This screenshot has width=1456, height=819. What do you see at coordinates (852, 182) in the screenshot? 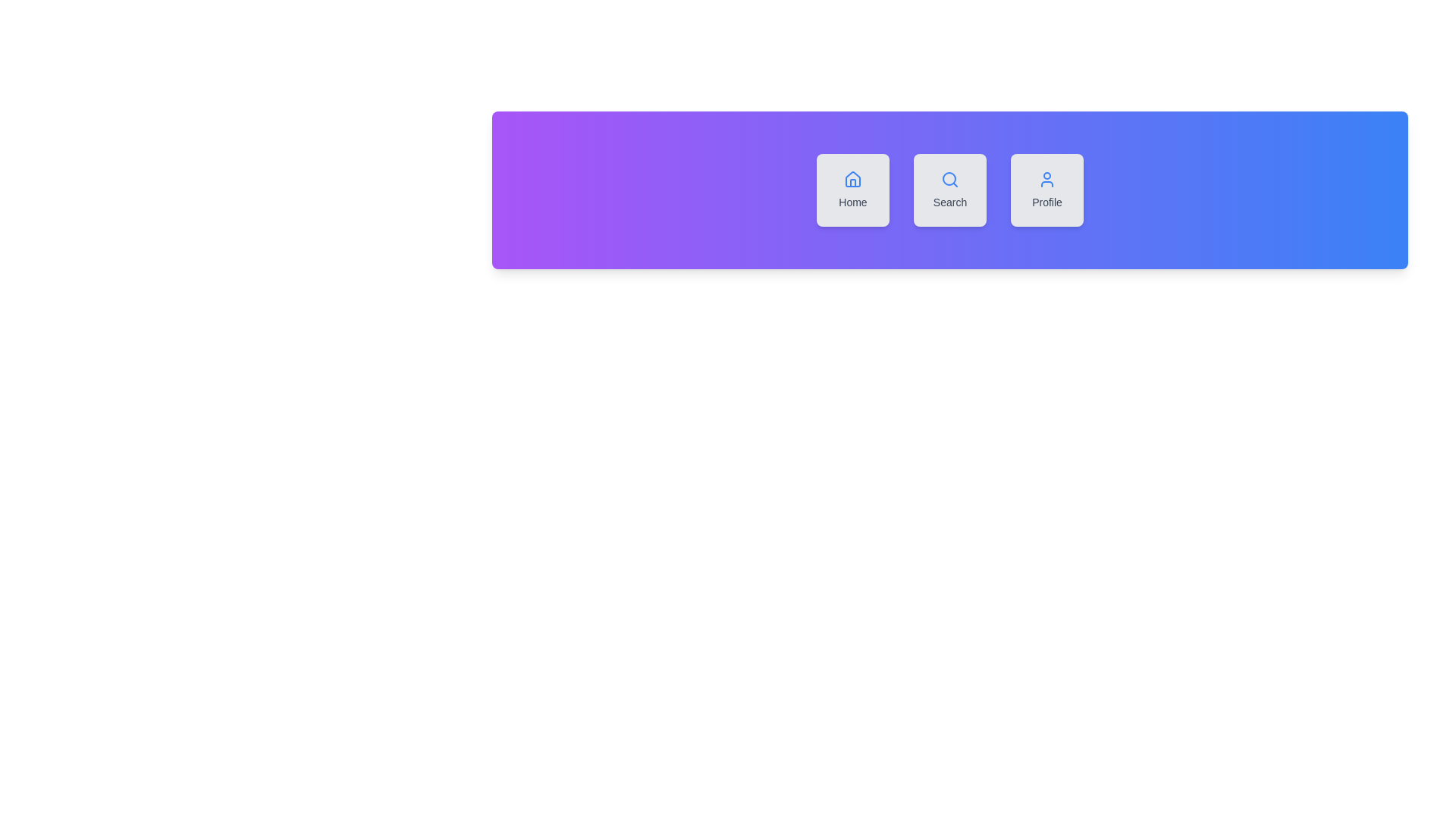
I see `the door icon of the house in the navigation bar when tabbing through elements` at bounding box center [852, 182].